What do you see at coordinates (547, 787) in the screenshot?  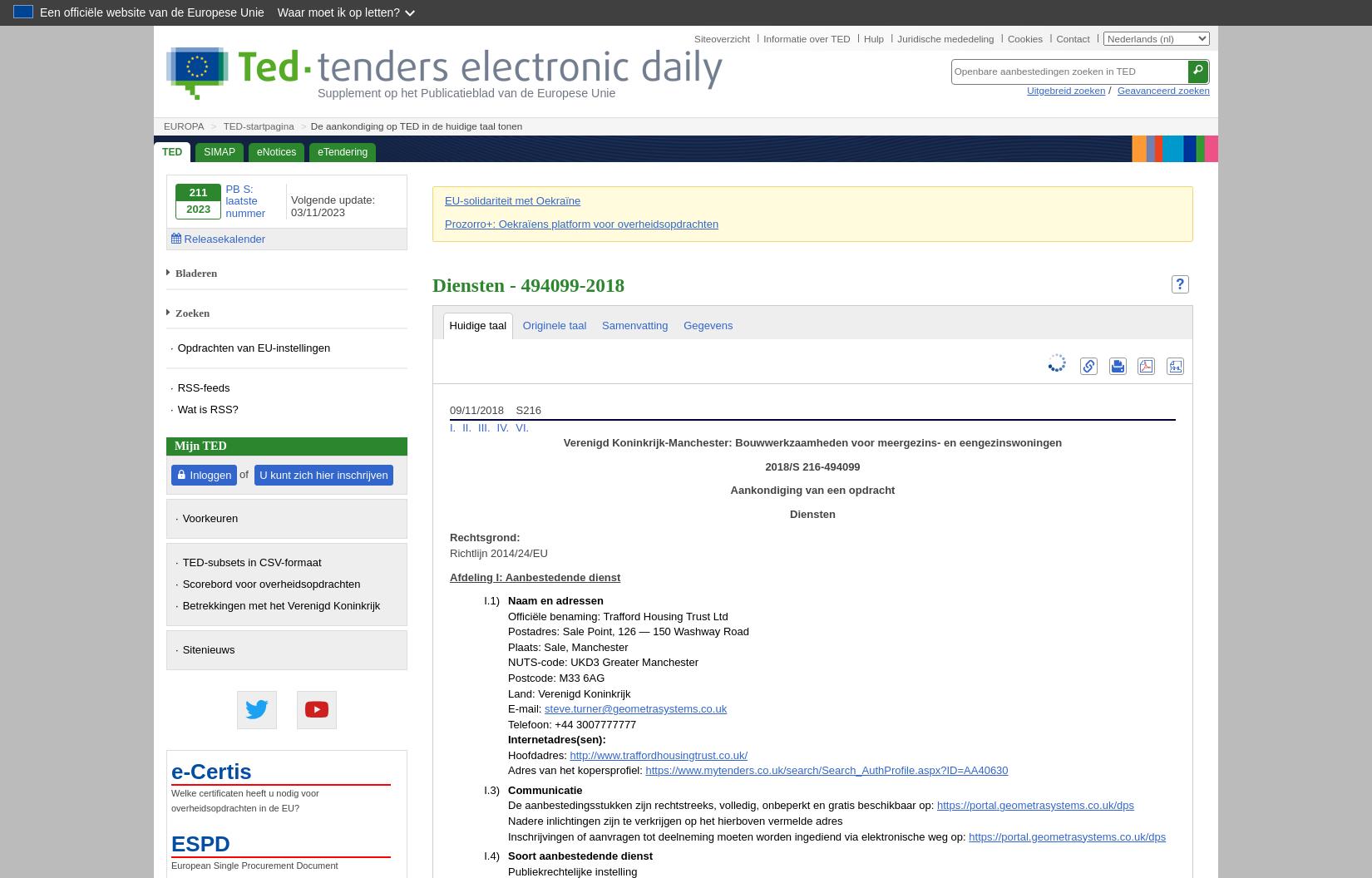 I see `'Type procedure'` at bounding box center [547, 787].